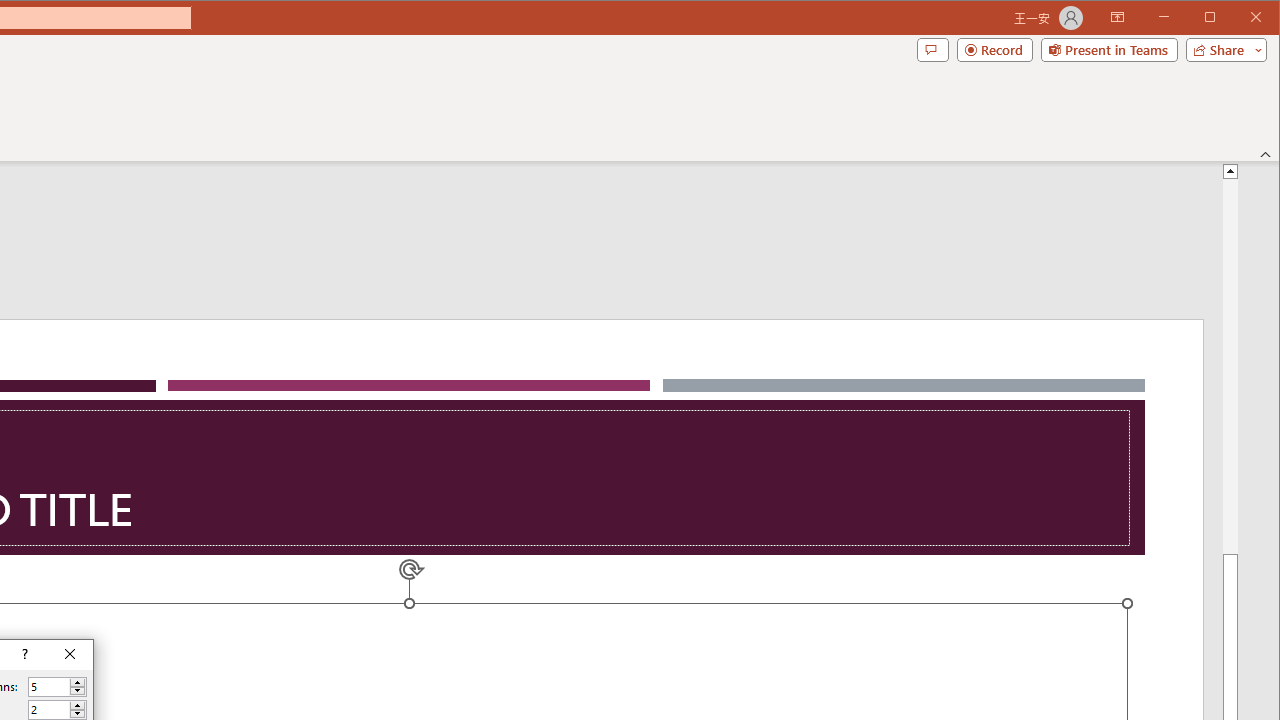 The image size is (1280, 720). What do you see at coordinates (57, 708) in the screenshot?
I see `'Number of rows'` at bounding box center [57, 708].